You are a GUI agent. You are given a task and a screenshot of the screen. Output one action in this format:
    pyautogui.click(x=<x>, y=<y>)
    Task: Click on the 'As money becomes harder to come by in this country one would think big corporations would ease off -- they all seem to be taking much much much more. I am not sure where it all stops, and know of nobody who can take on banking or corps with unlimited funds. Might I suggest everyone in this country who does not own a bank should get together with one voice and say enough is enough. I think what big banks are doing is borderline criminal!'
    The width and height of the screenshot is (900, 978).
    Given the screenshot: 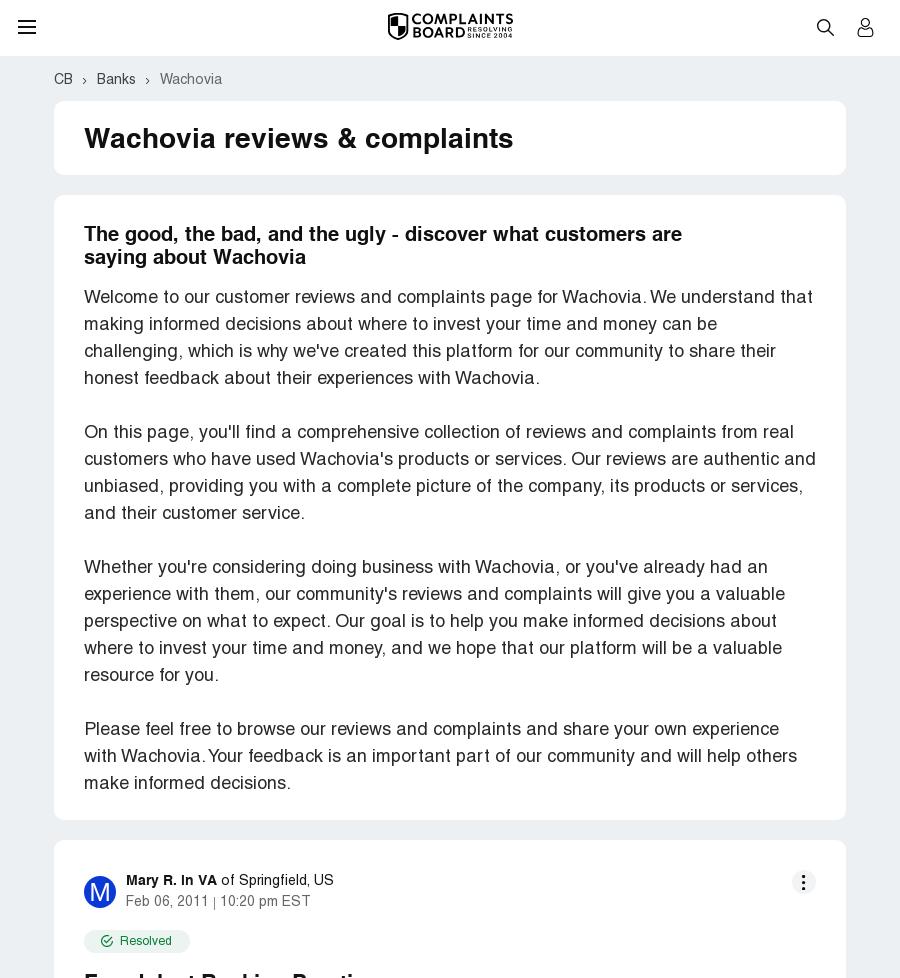 What is the action you would take?
    pyautogui.click(x=449, y=477)
    